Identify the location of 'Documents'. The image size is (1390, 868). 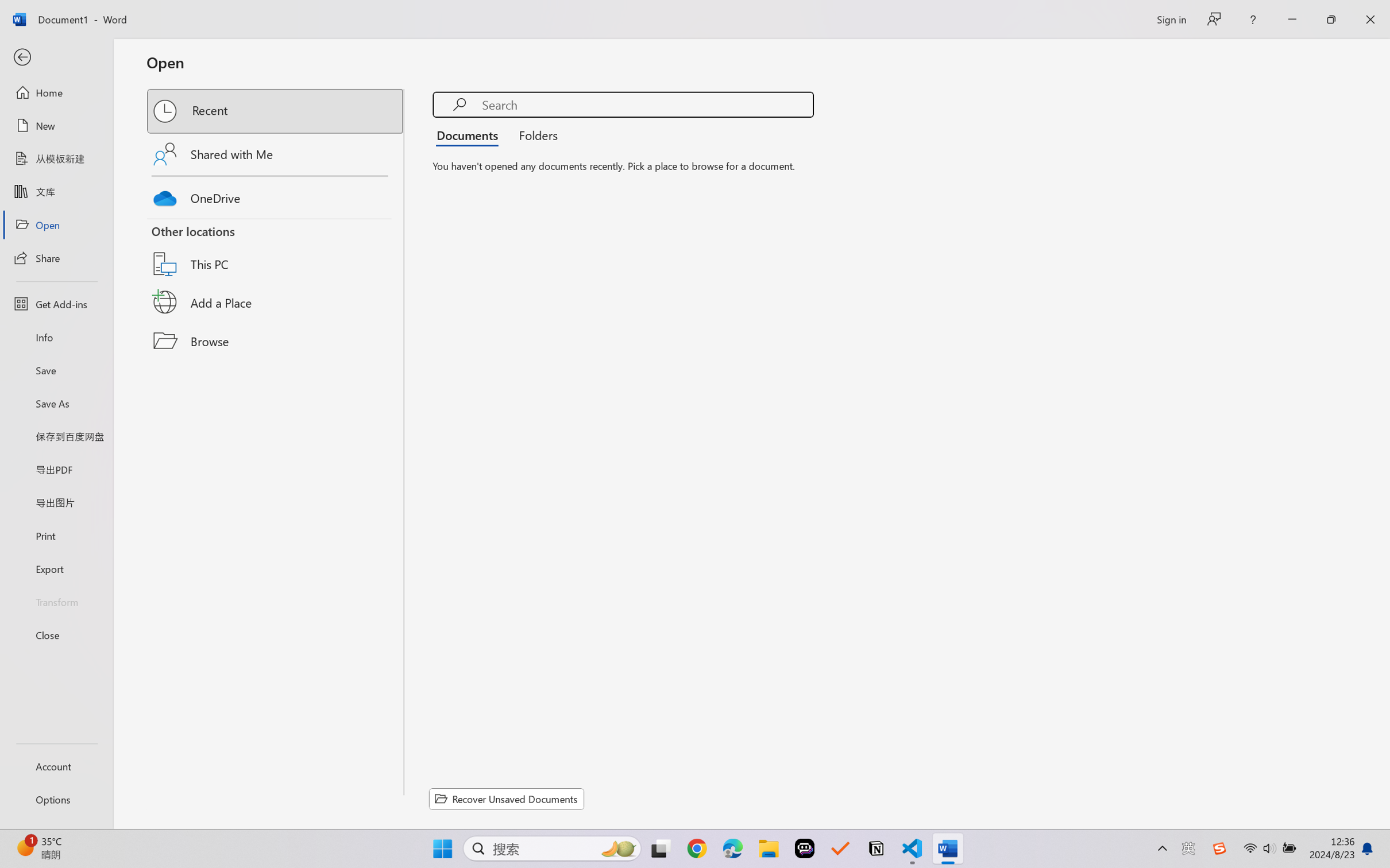
(470, 134).